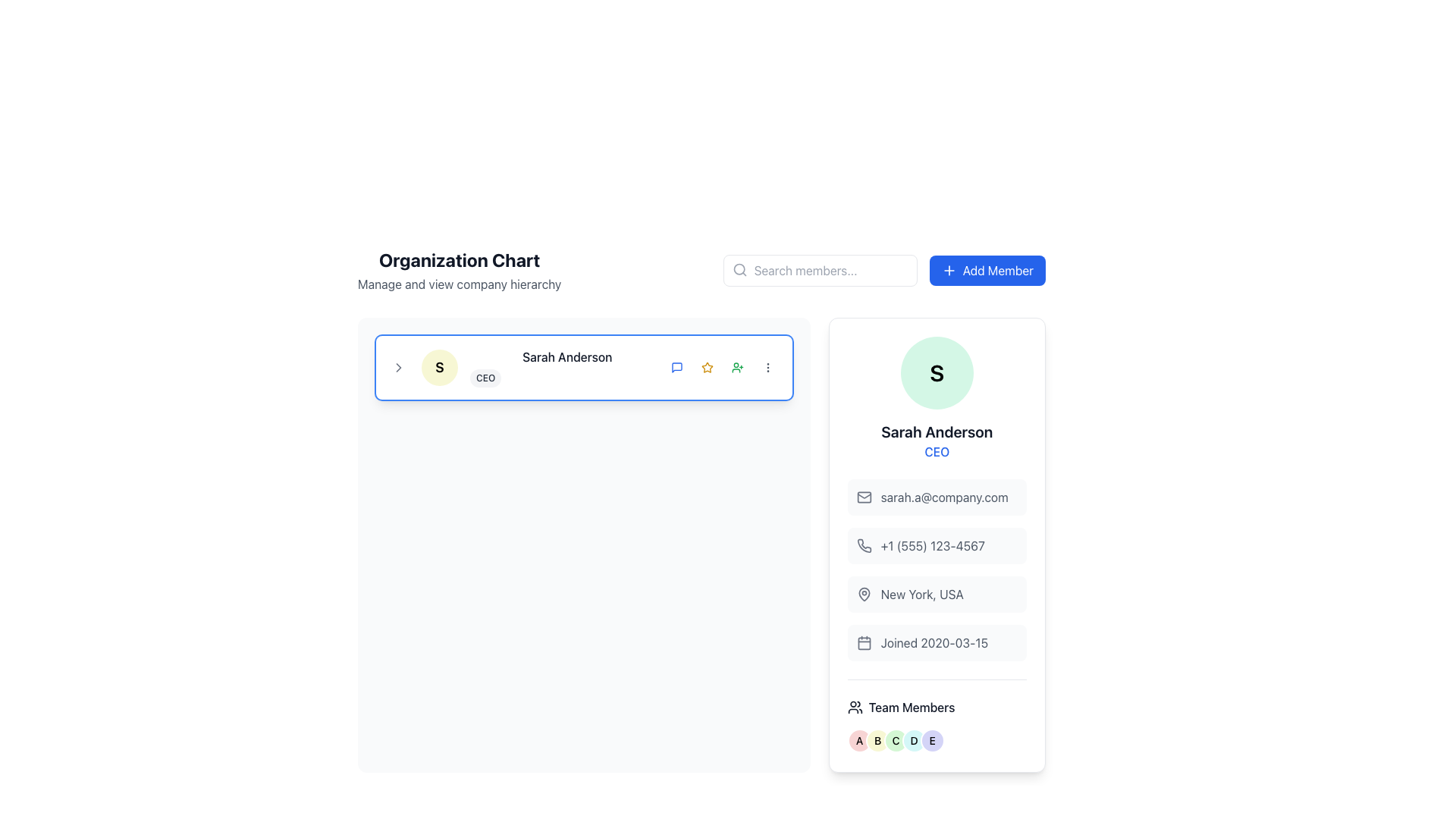 This screenshot has width=1456, height=819. I want to click on the Icon button located at the leftmost position of a horizontally-aligned row inside a card, adjacent to a circular avatar icon, so click(399, 368).